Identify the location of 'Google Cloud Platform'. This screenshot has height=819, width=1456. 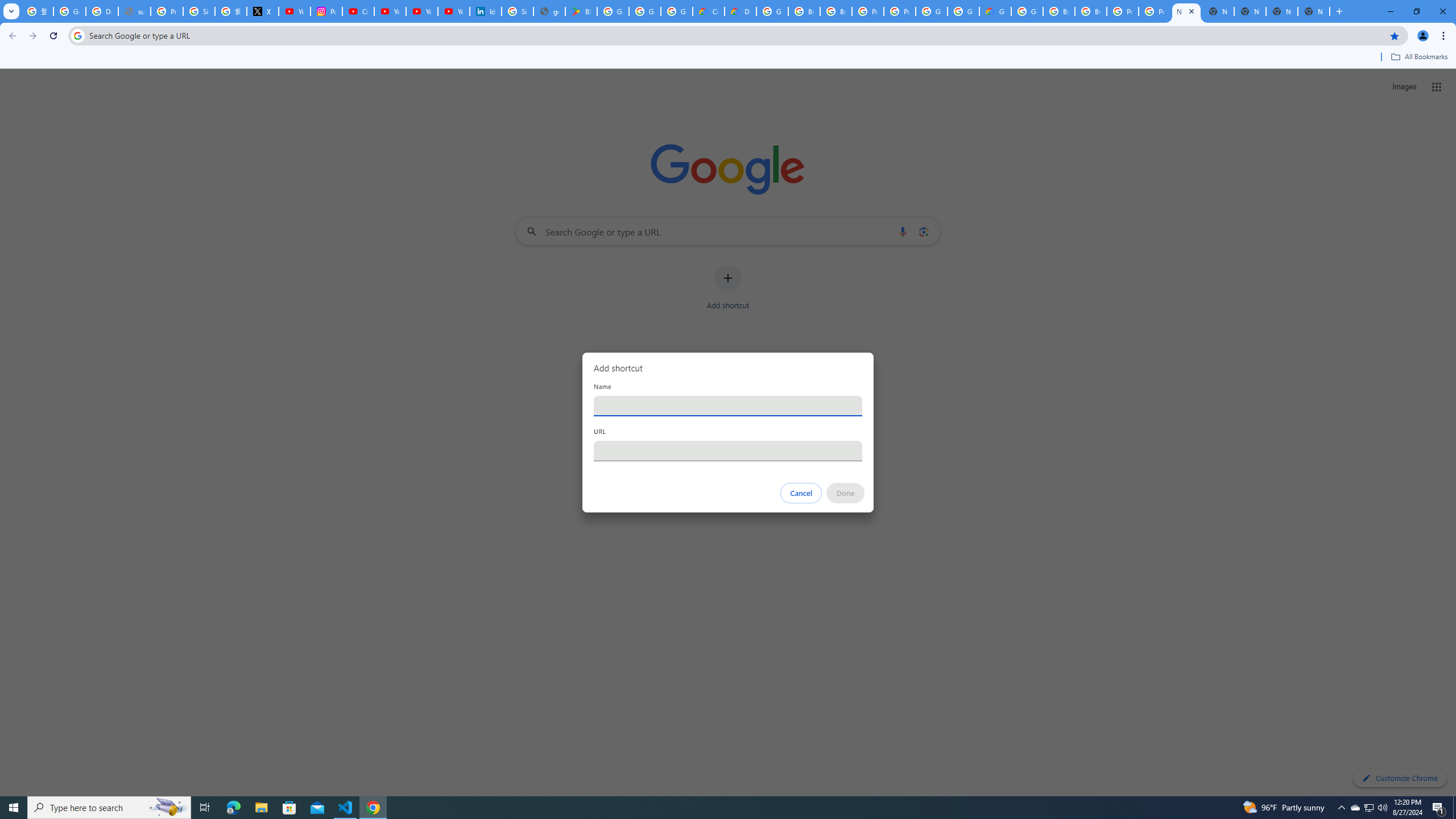
(930, 11).